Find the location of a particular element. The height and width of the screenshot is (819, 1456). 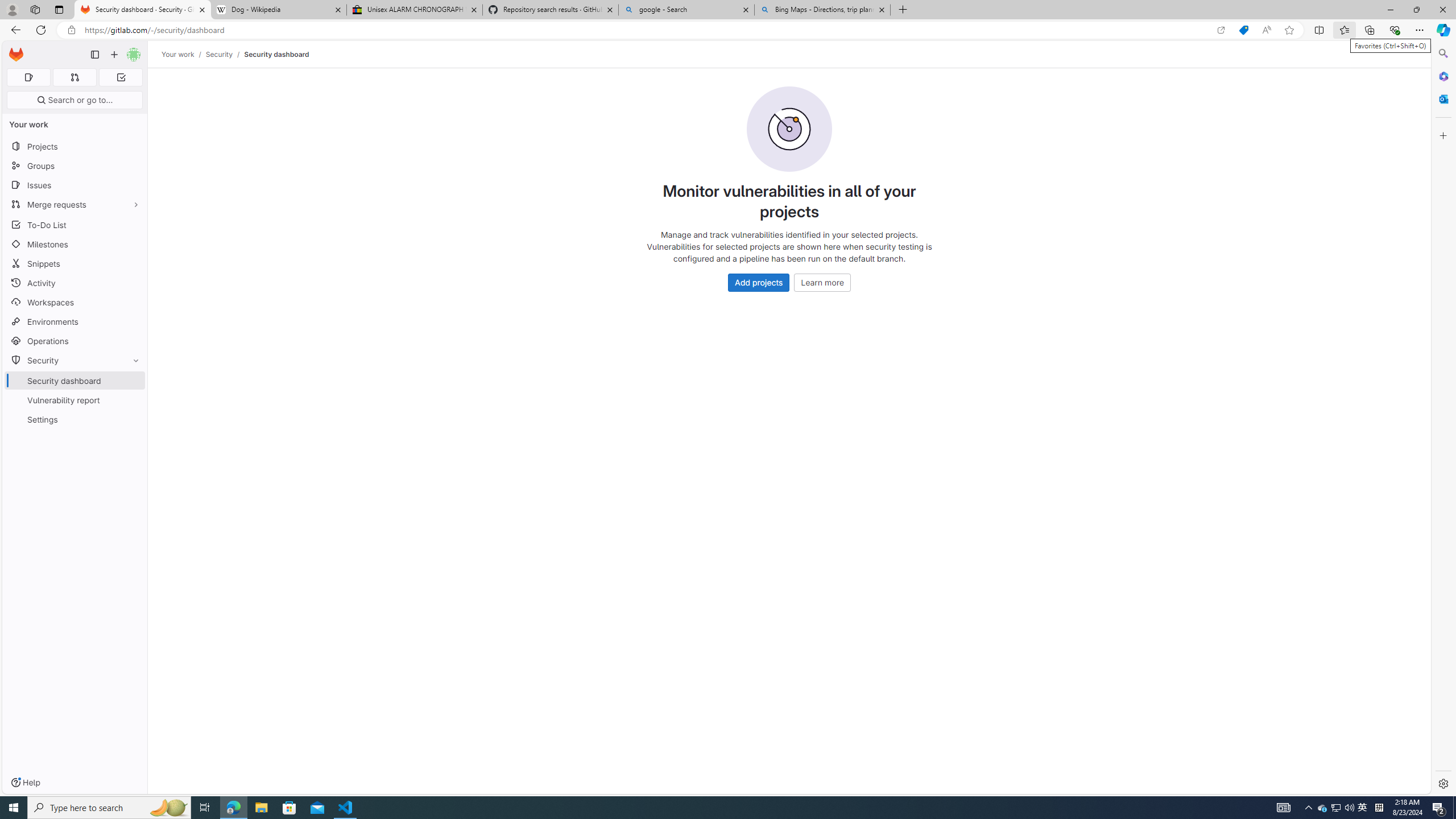

'Projects' is located at coordinates (74, 146).